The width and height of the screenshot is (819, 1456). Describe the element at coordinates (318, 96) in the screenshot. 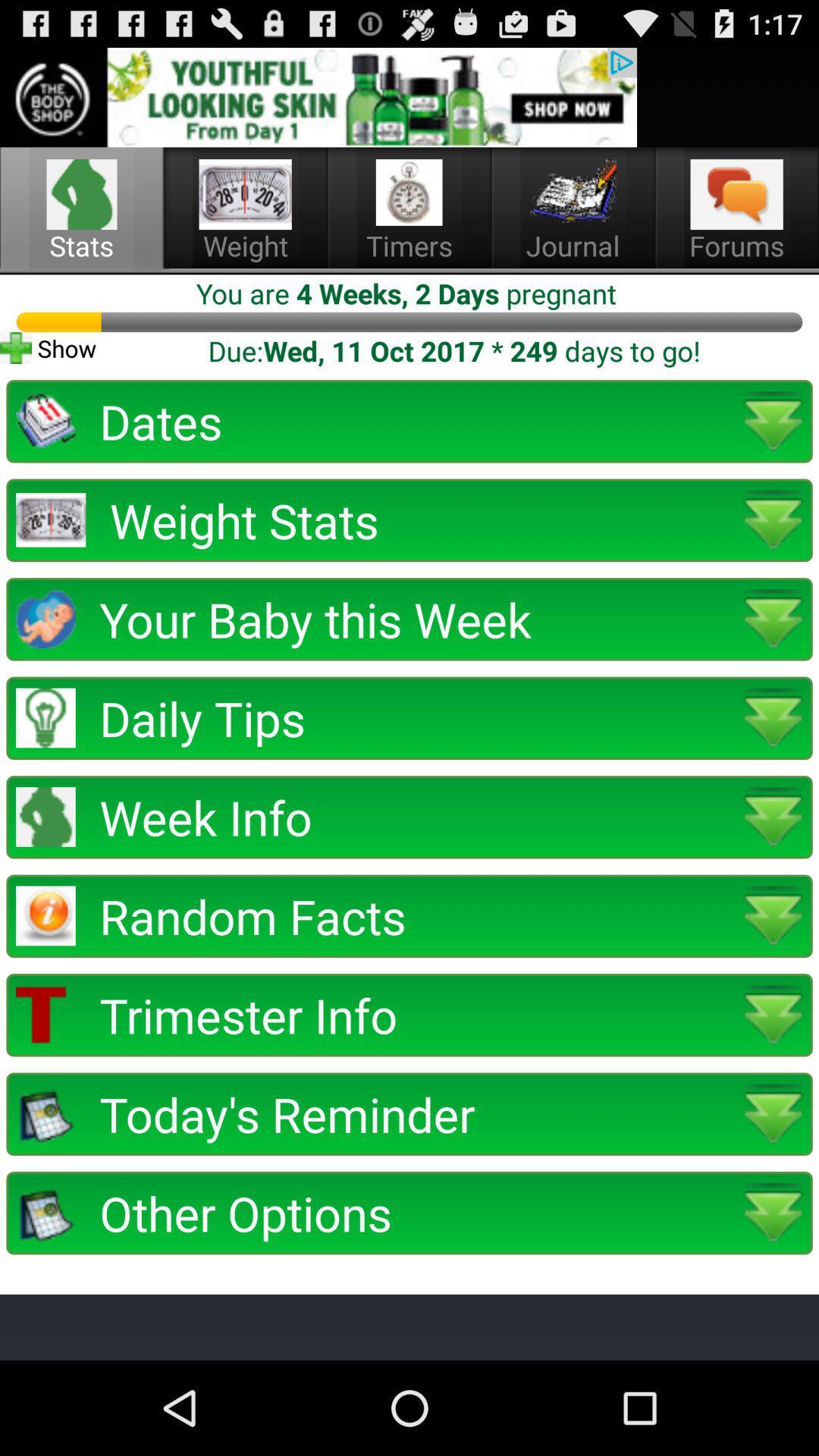

I see `advertisement banner` at that location.